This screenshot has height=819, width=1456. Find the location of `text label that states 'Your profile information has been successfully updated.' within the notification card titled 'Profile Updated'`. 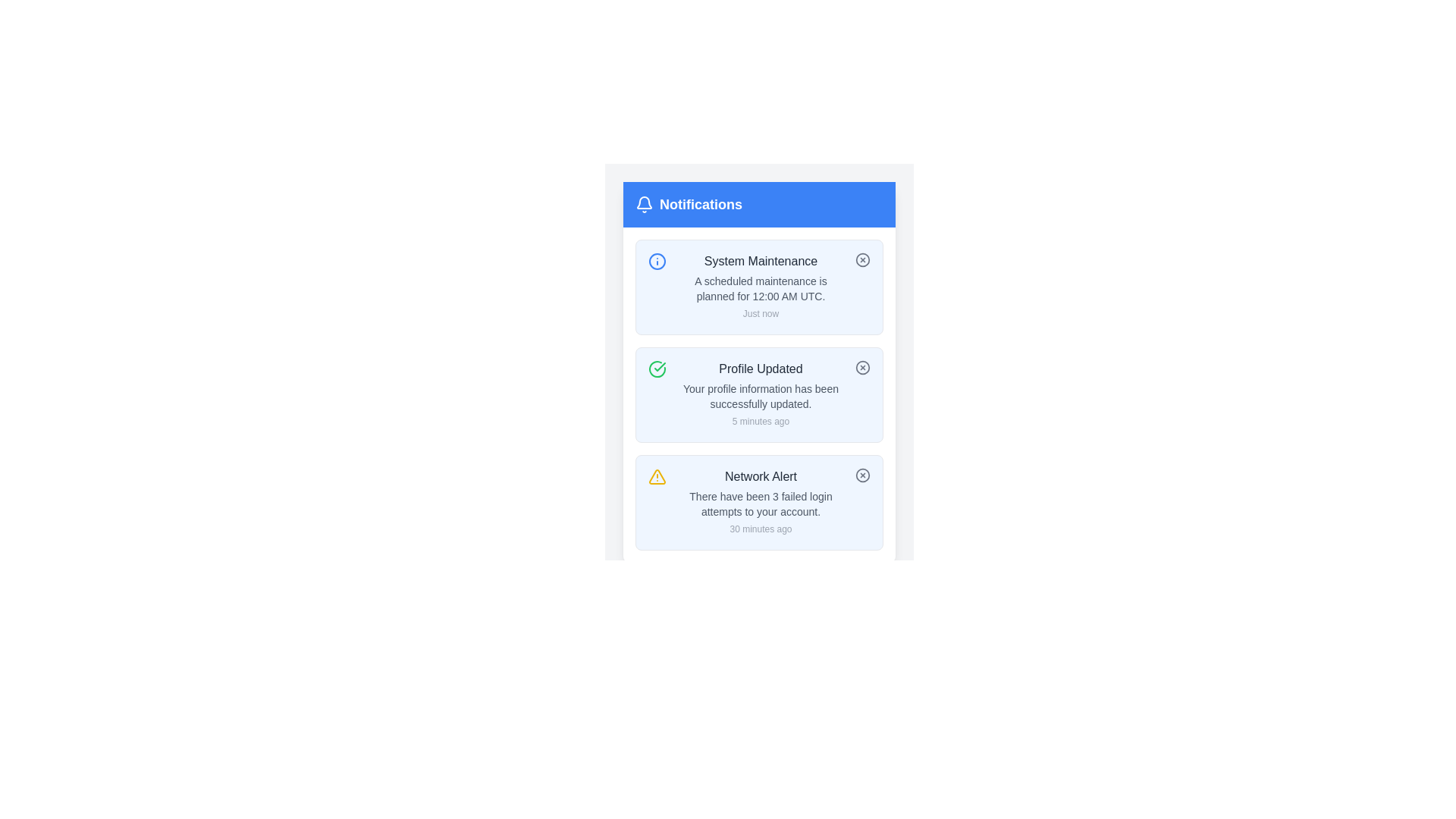

text label that states 'Your profile information has been successfully updated.' within the notification card titled 'Profile Updated' is located at coordinates (761, 396).